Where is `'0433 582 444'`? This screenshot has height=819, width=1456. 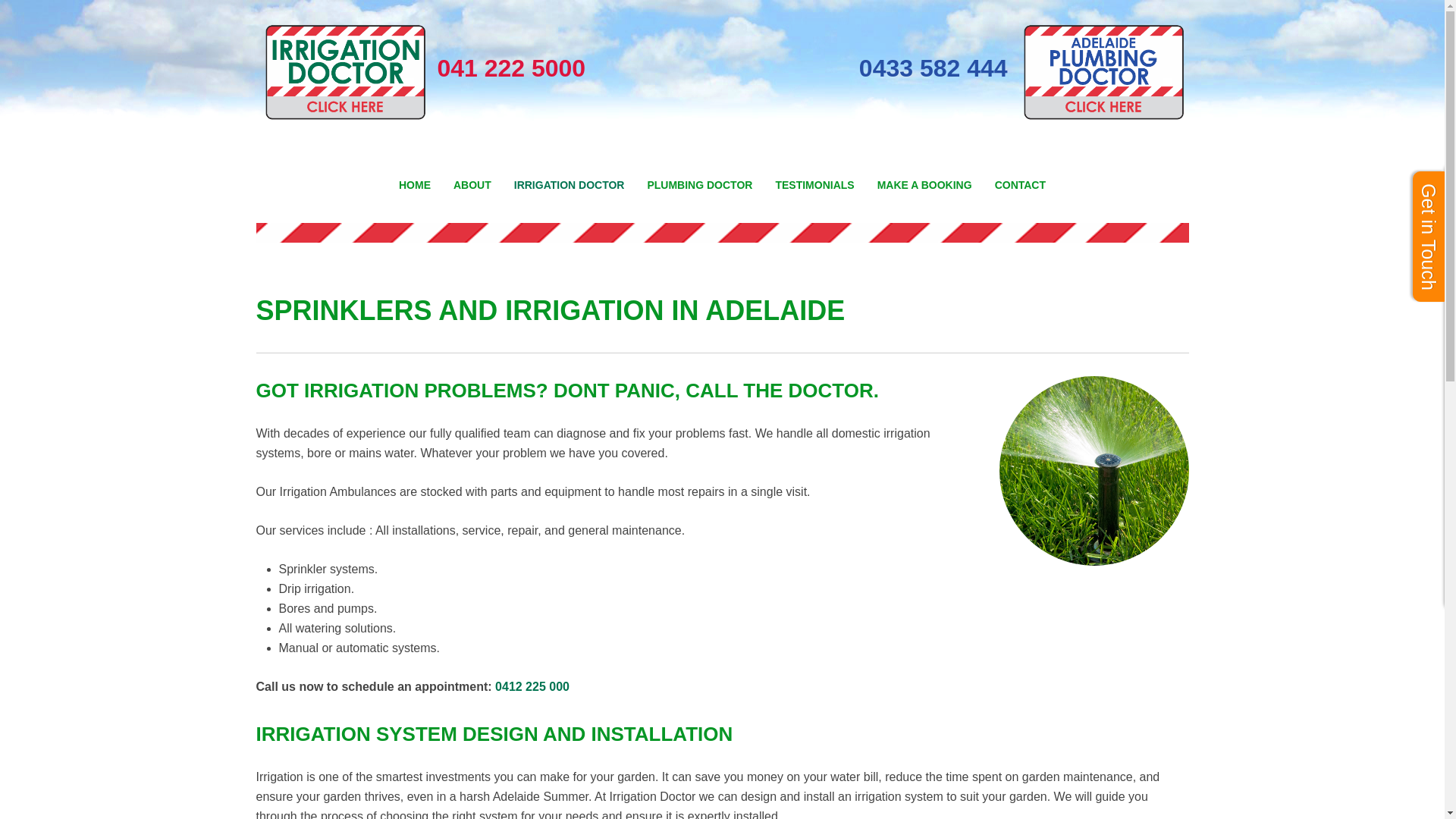
'0433 582 444' is located at coordinates (936, 72).